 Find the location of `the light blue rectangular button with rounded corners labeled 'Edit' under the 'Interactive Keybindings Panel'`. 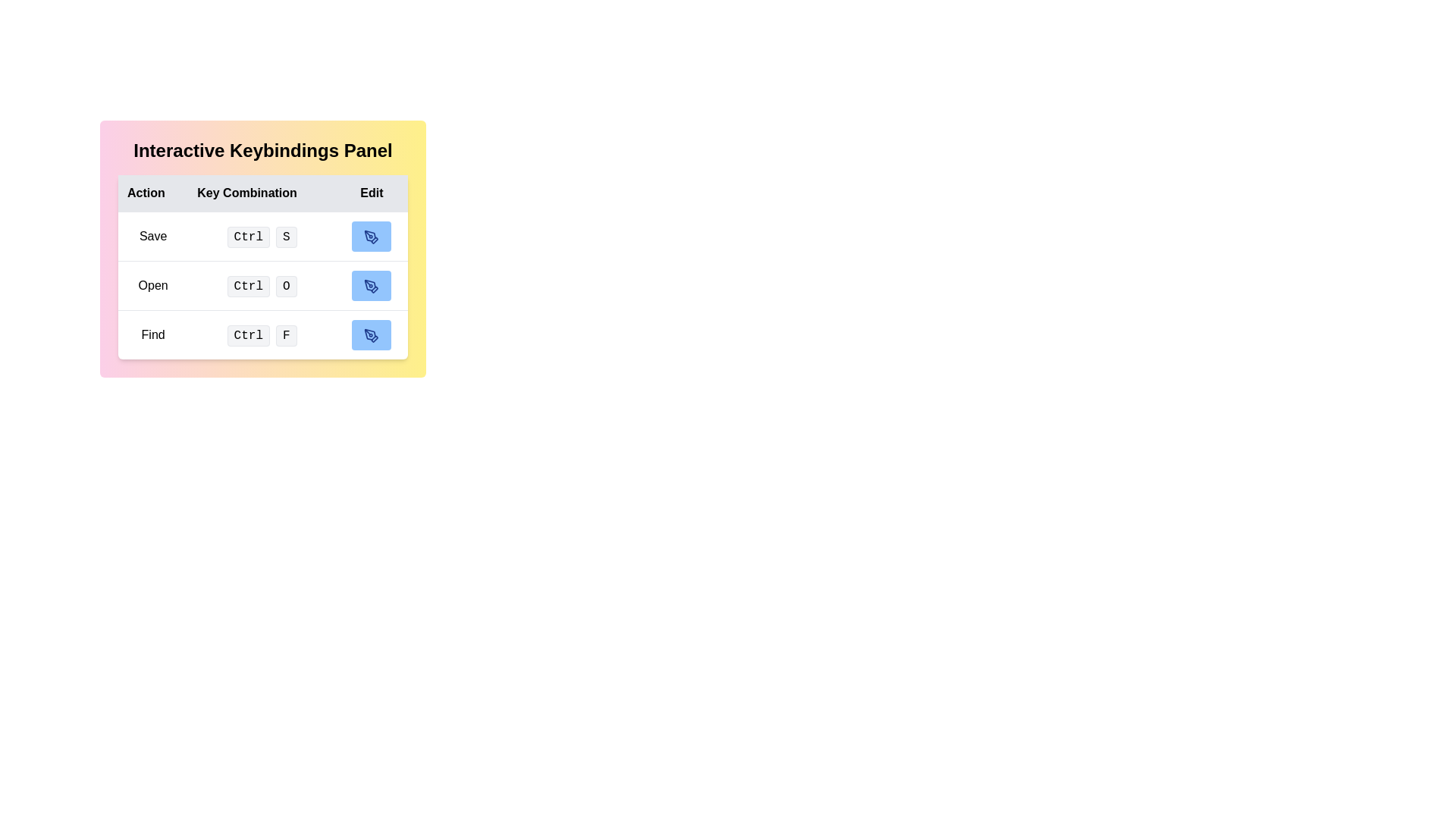

the light blue rectangular button with rounded corners labeled 'Edit' under the 'Interactive Keybindings Panel' is located at coordinates (371, 334).